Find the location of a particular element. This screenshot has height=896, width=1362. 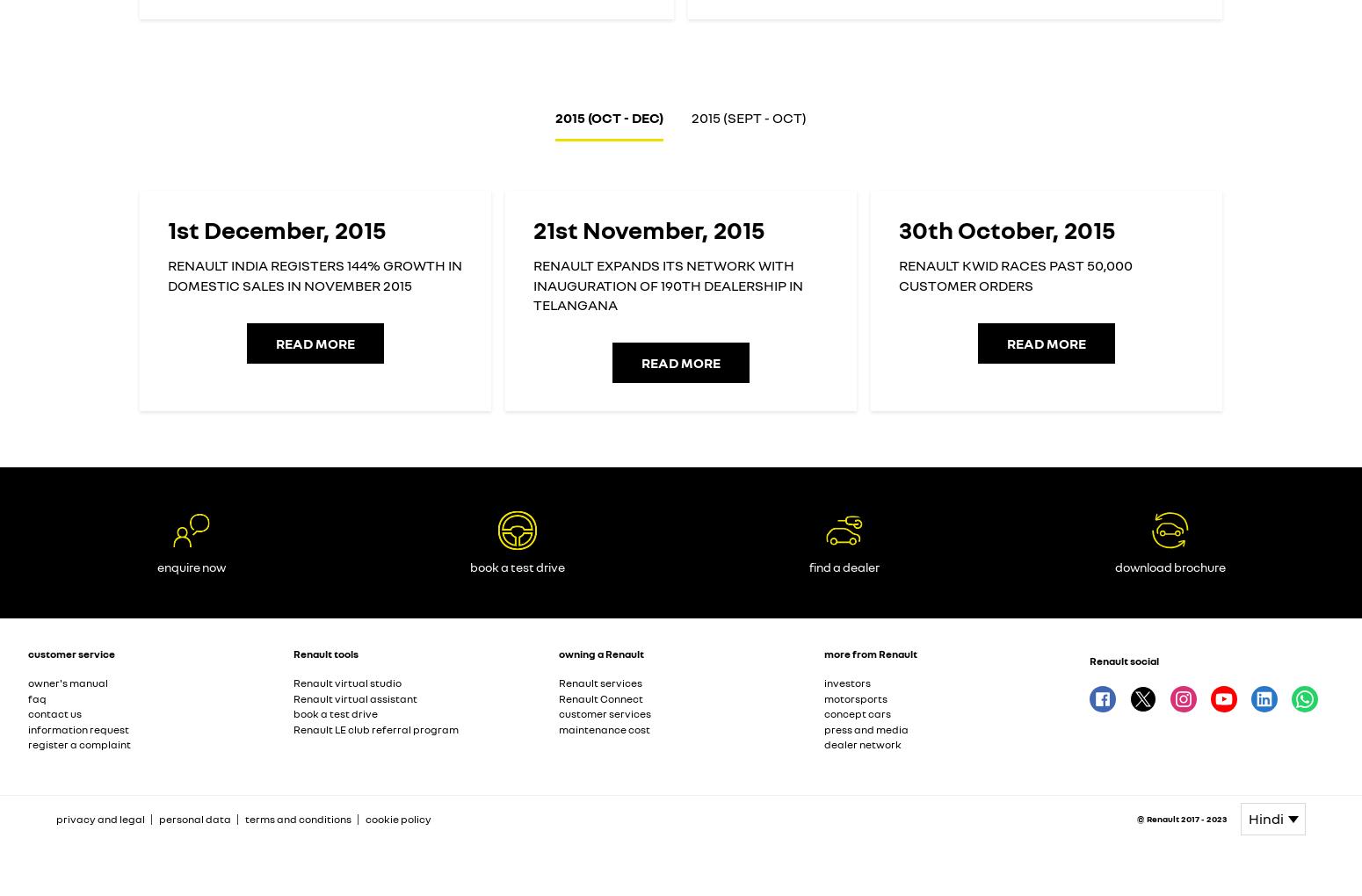

'dealer network' is located at coordinates (861, 743).